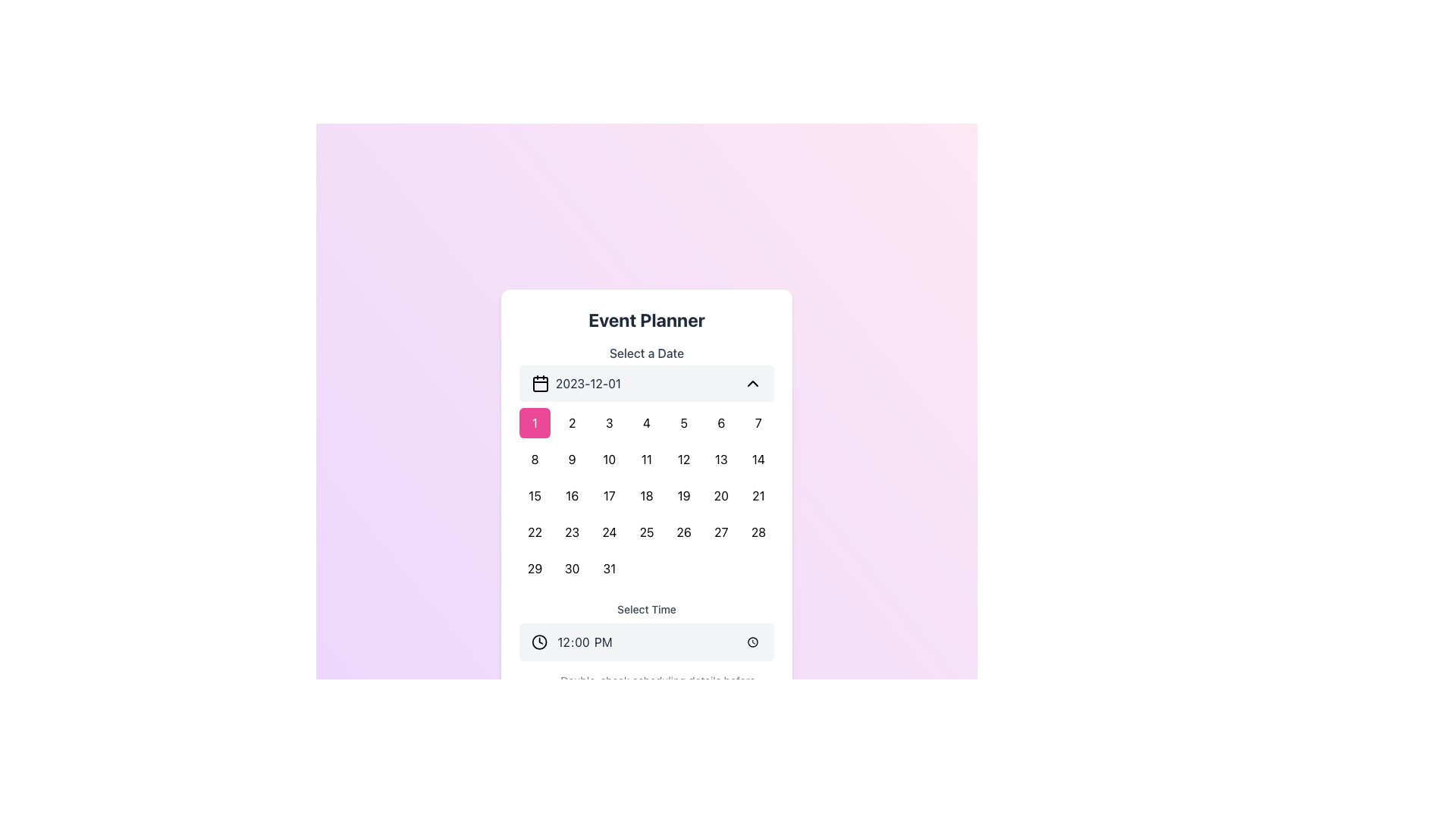  I want to click on the calendar button labeled '29' located in the first cell of the last row, so click(535, 568).